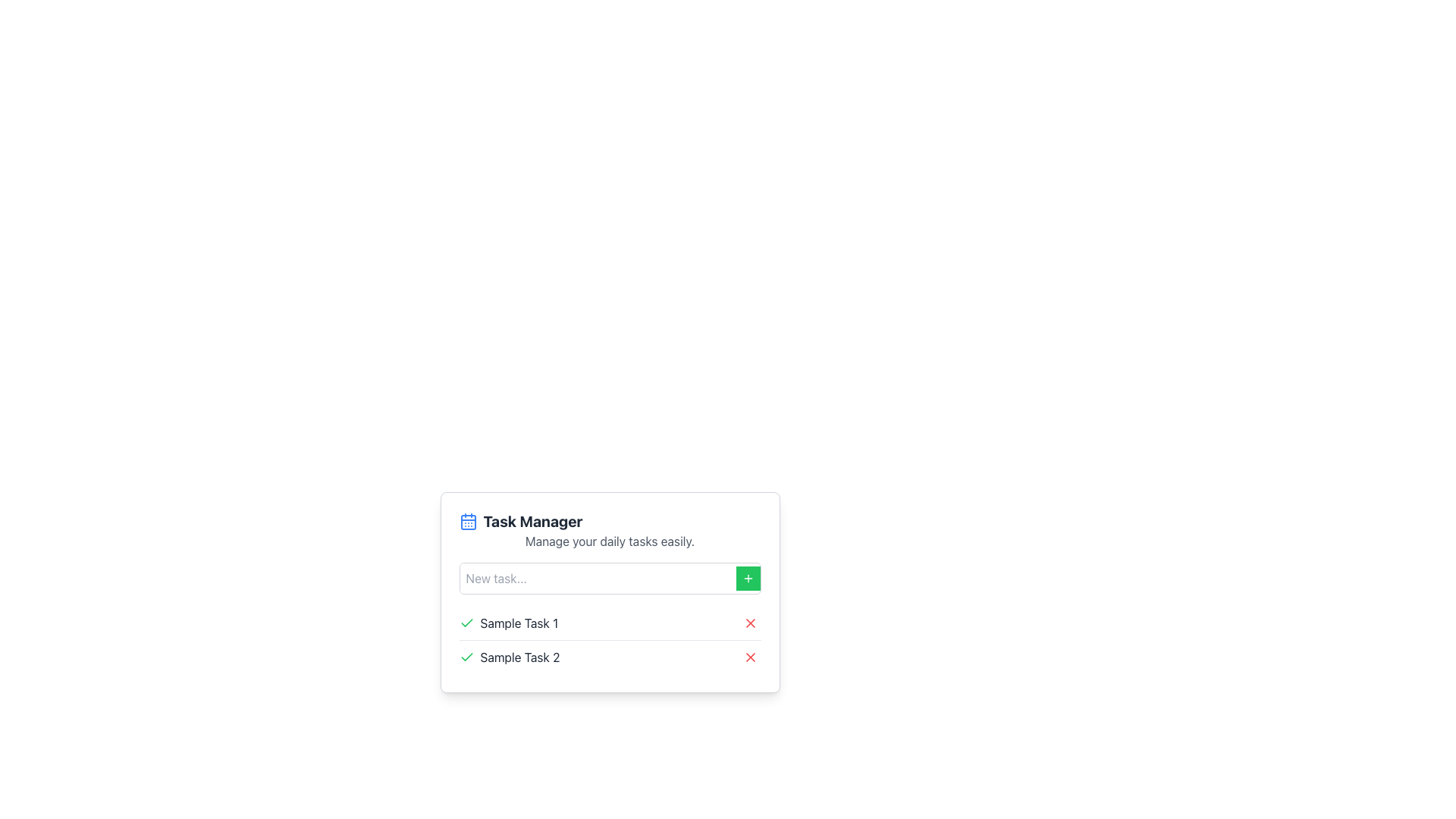 This screenshot has width=1456, height=819. What do you see at coordinates (610, 540) in the screenshot?
I see `the descriptive text providing additional information about the 'Task Manager' feature, which is located directly beneath the bold title 'Task Manager'` at bounding box center [610, 540].